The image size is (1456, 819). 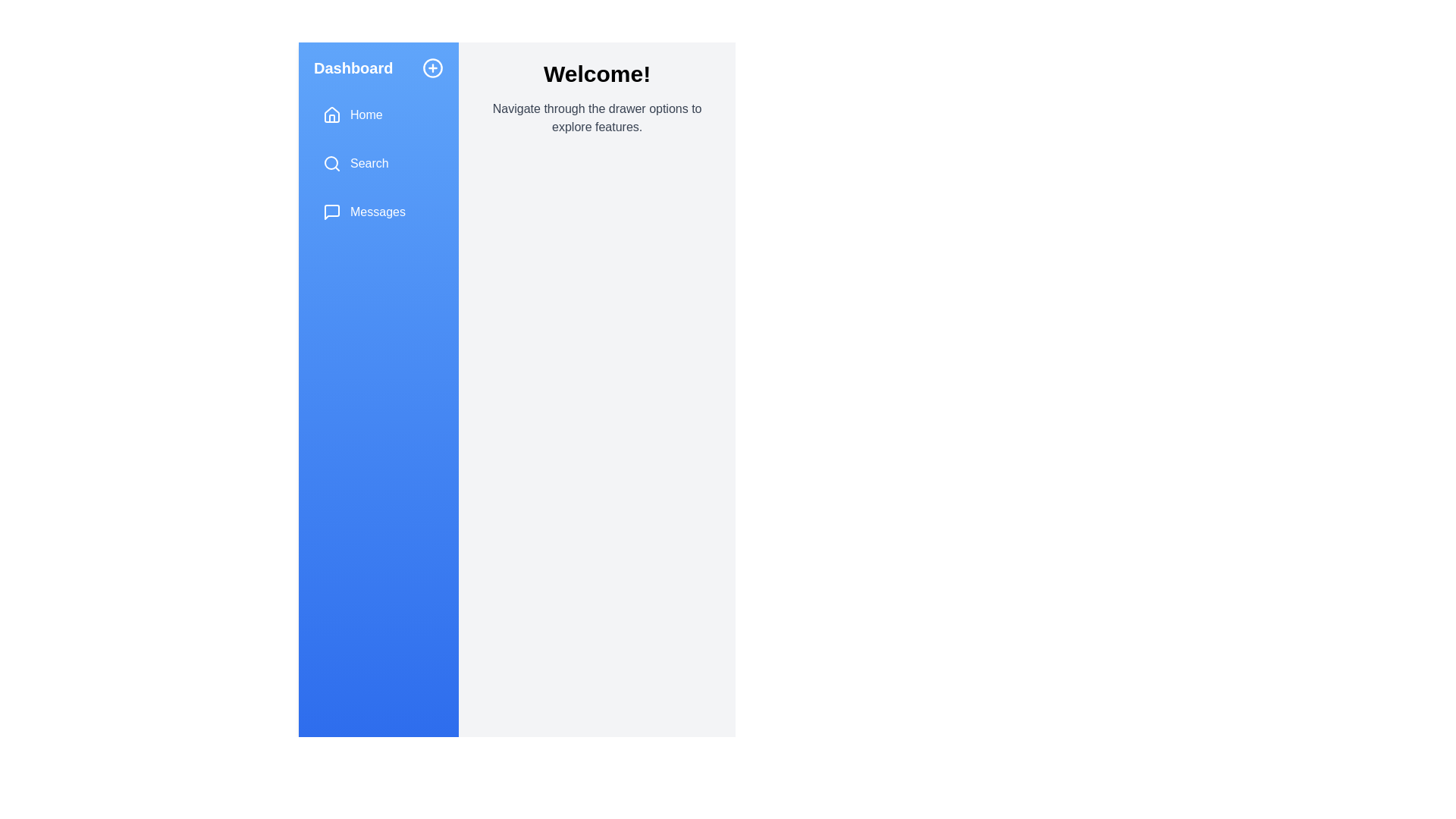 What do you see at coordinates (432, 67) in the screenshot?
I see `the plus button to toggle the drawer's state` at bounding box center [432, 67].